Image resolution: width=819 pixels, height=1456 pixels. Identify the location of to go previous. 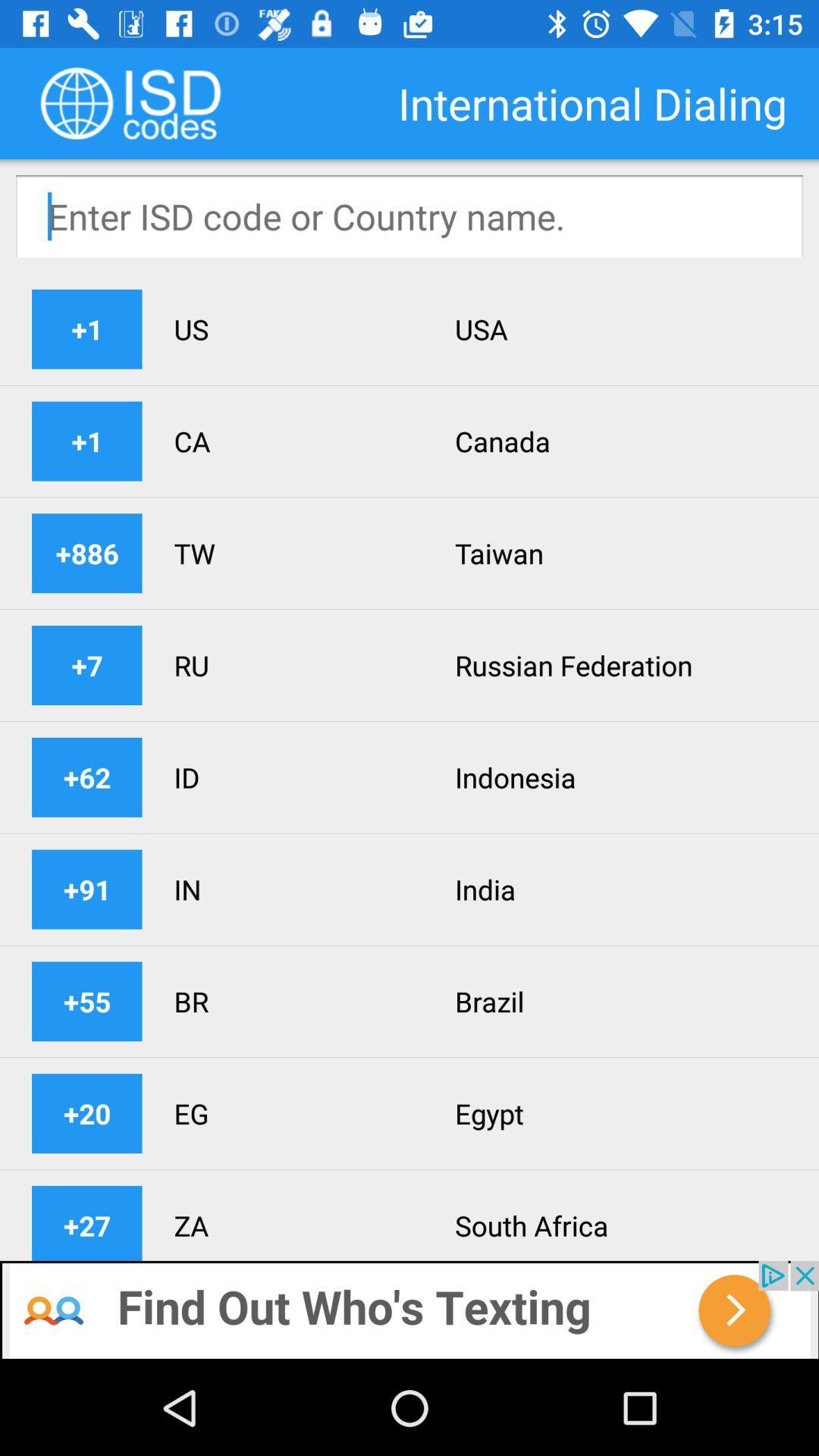
(409, 1310).